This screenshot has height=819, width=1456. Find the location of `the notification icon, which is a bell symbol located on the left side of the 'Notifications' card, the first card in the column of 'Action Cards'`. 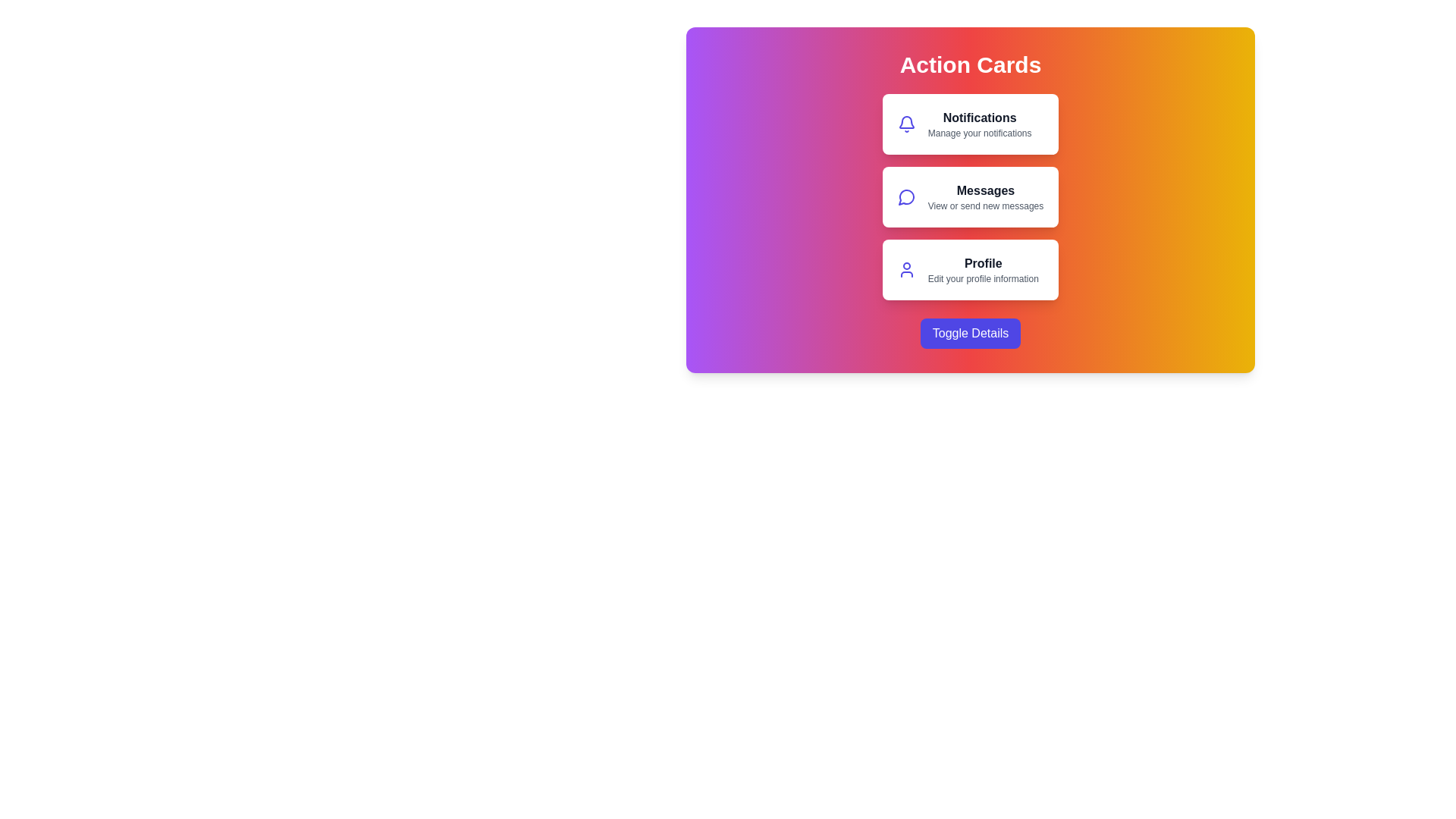

the notification icon, which is a bell symbol located on the left side of the 'Notifications' card, the first card in the column of 'Action Cards' is located at coordinates (906, 124).